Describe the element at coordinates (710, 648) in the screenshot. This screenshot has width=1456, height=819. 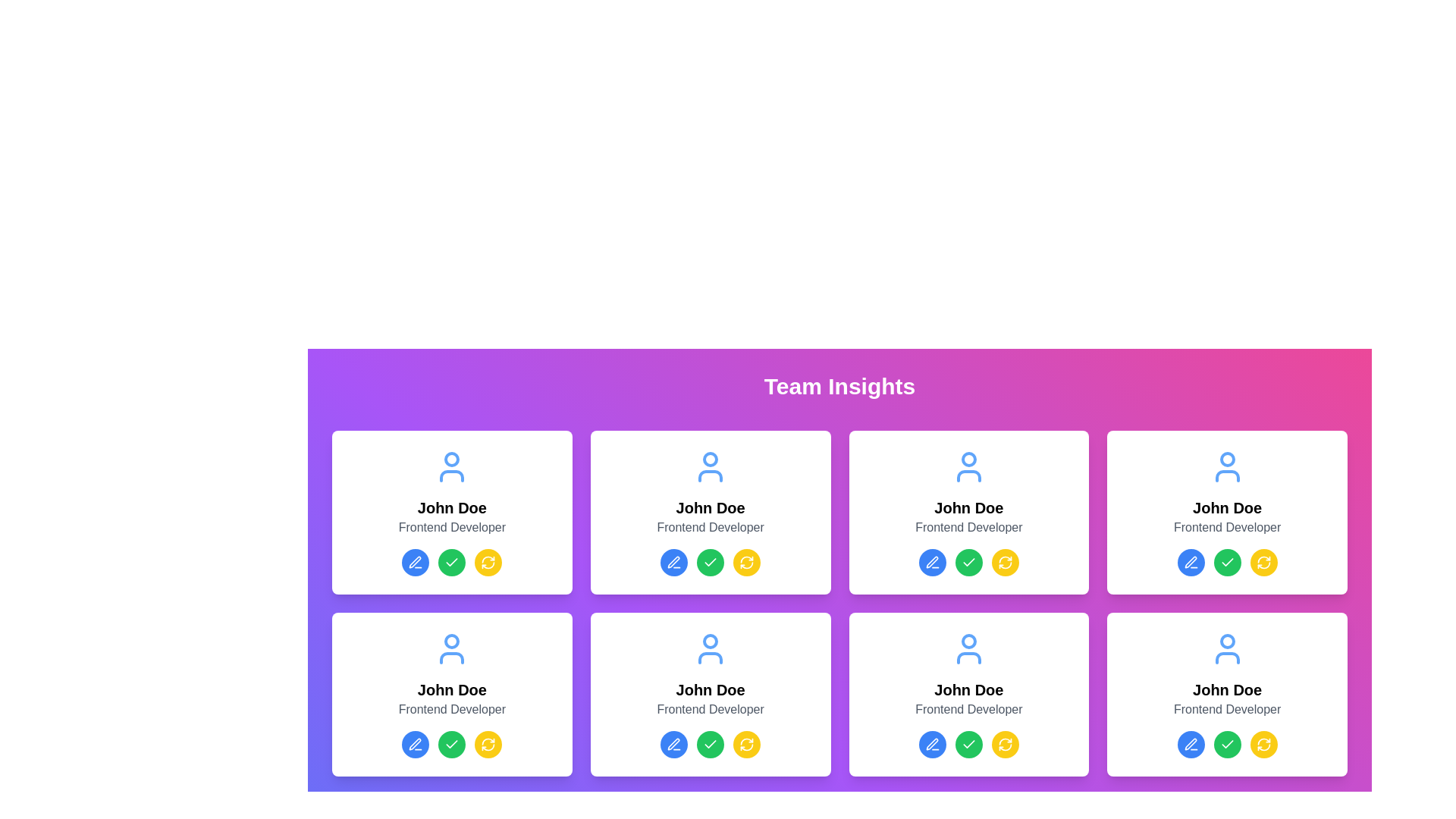
I see `the user profile icon with a circular head and curved shoulders, styled in blue, located near the top center of the second card in the second row of the grid layout` at that location.